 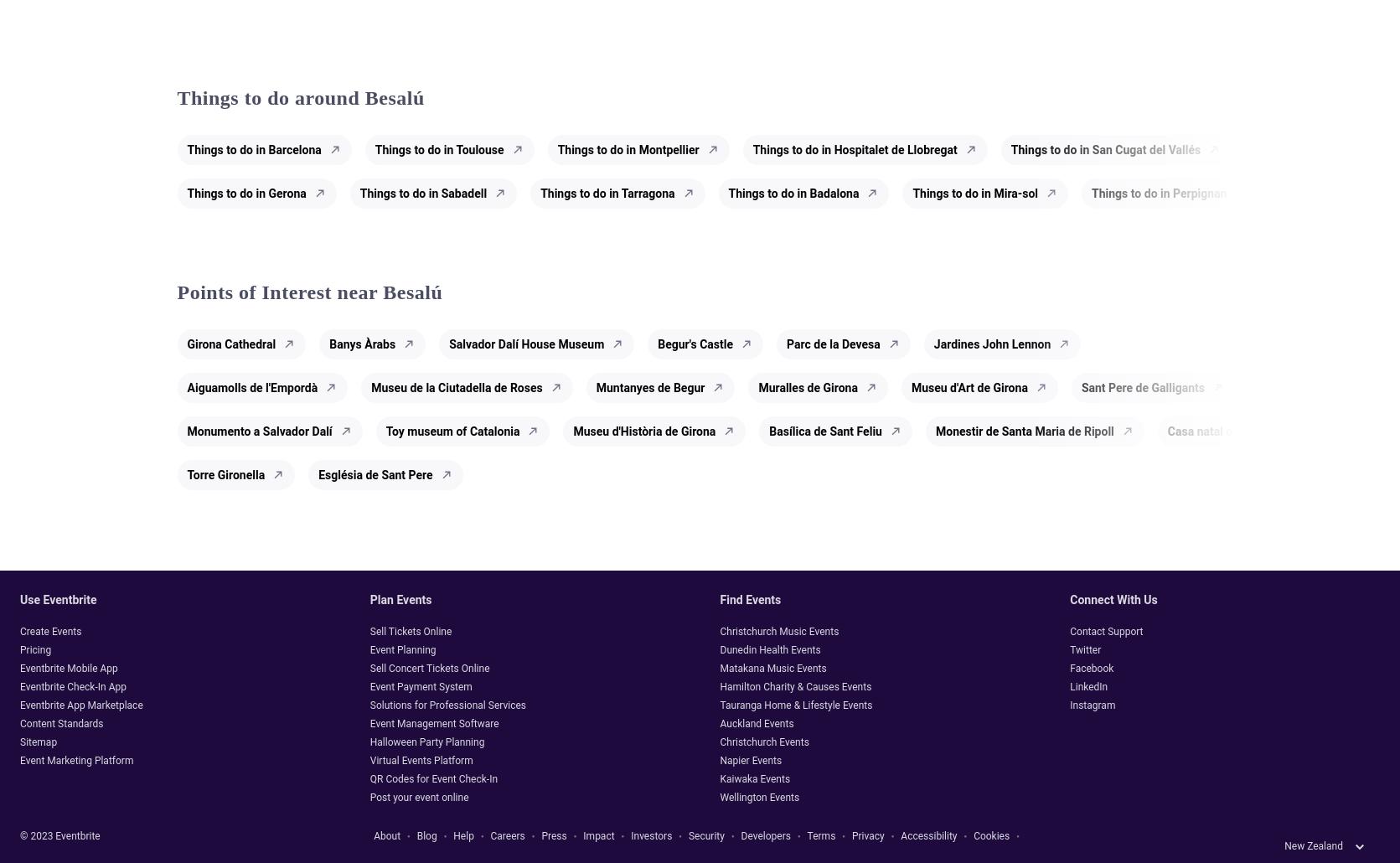 I want to click on 'Jardines John Lennon', so click(x=992, y=344).